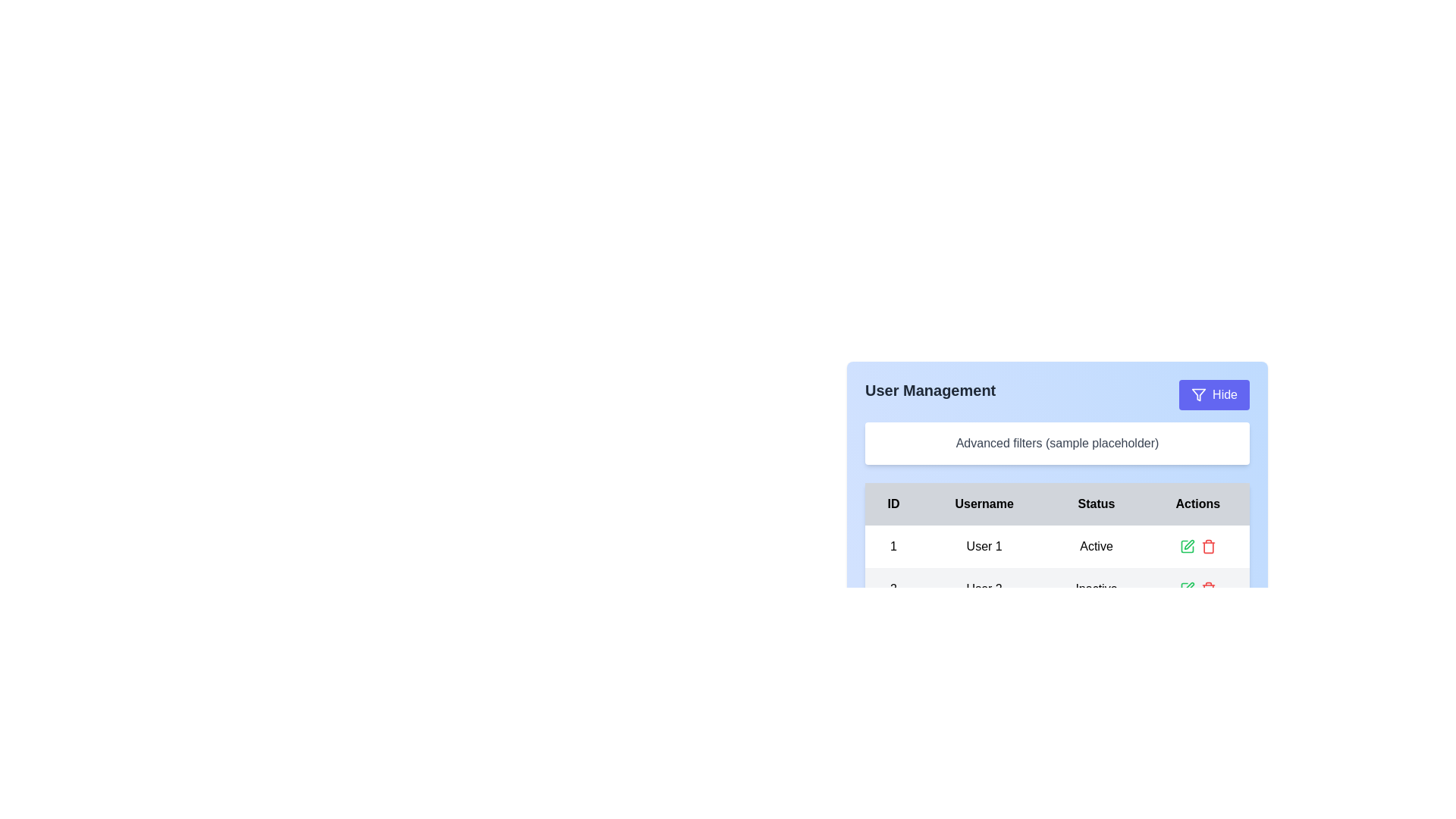 The width and height of the screenshot is (1456, 819). I want to click on the middle part of the trash can icon representing the 'Delete' action in the user management interface, so click(1207, 589).